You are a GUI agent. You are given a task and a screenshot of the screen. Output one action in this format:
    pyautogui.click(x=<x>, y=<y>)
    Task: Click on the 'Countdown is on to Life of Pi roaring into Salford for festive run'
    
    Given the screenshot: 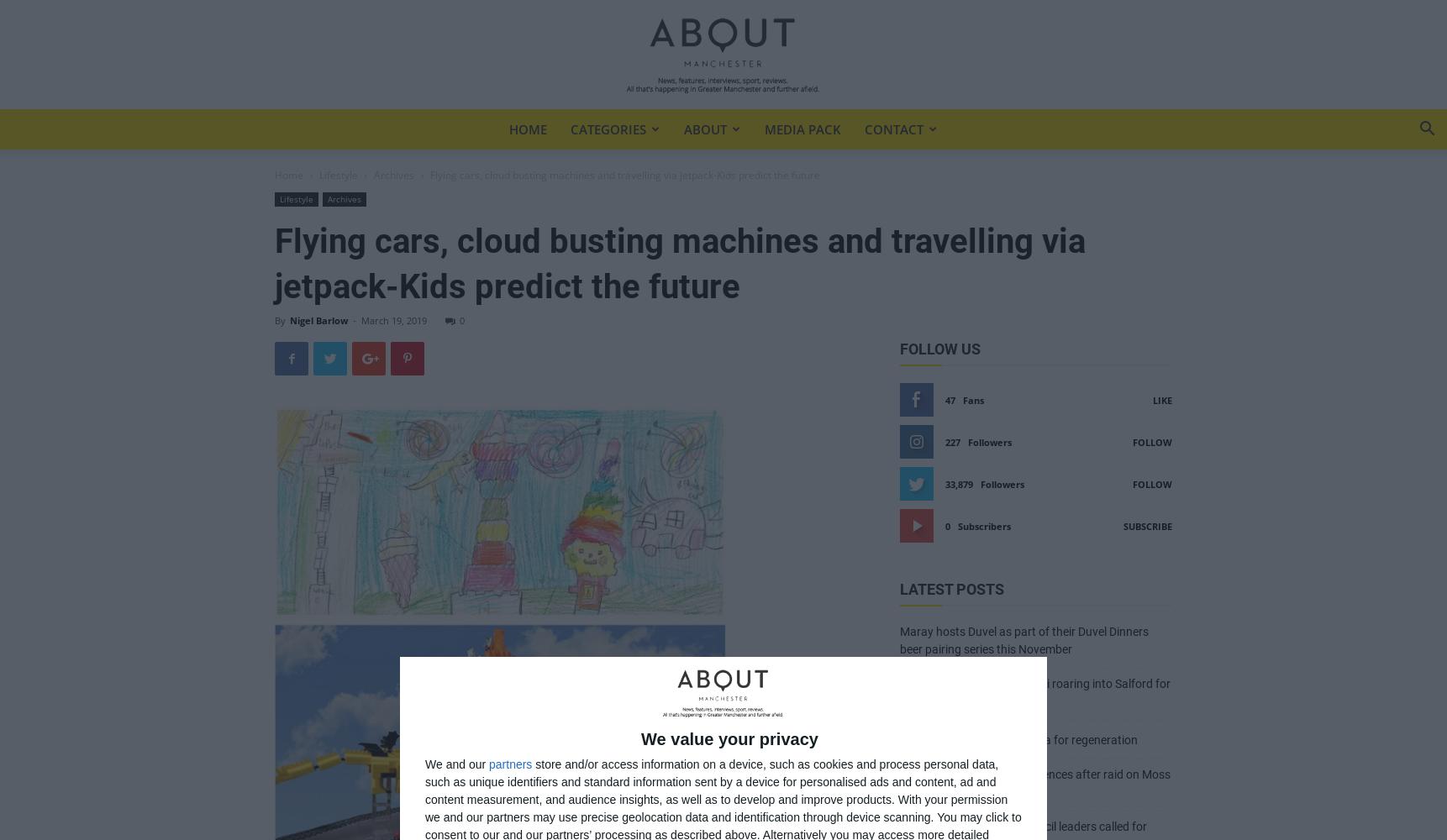 What is the action you would take?
    pyautogui.click(x=1034, y=691)
    